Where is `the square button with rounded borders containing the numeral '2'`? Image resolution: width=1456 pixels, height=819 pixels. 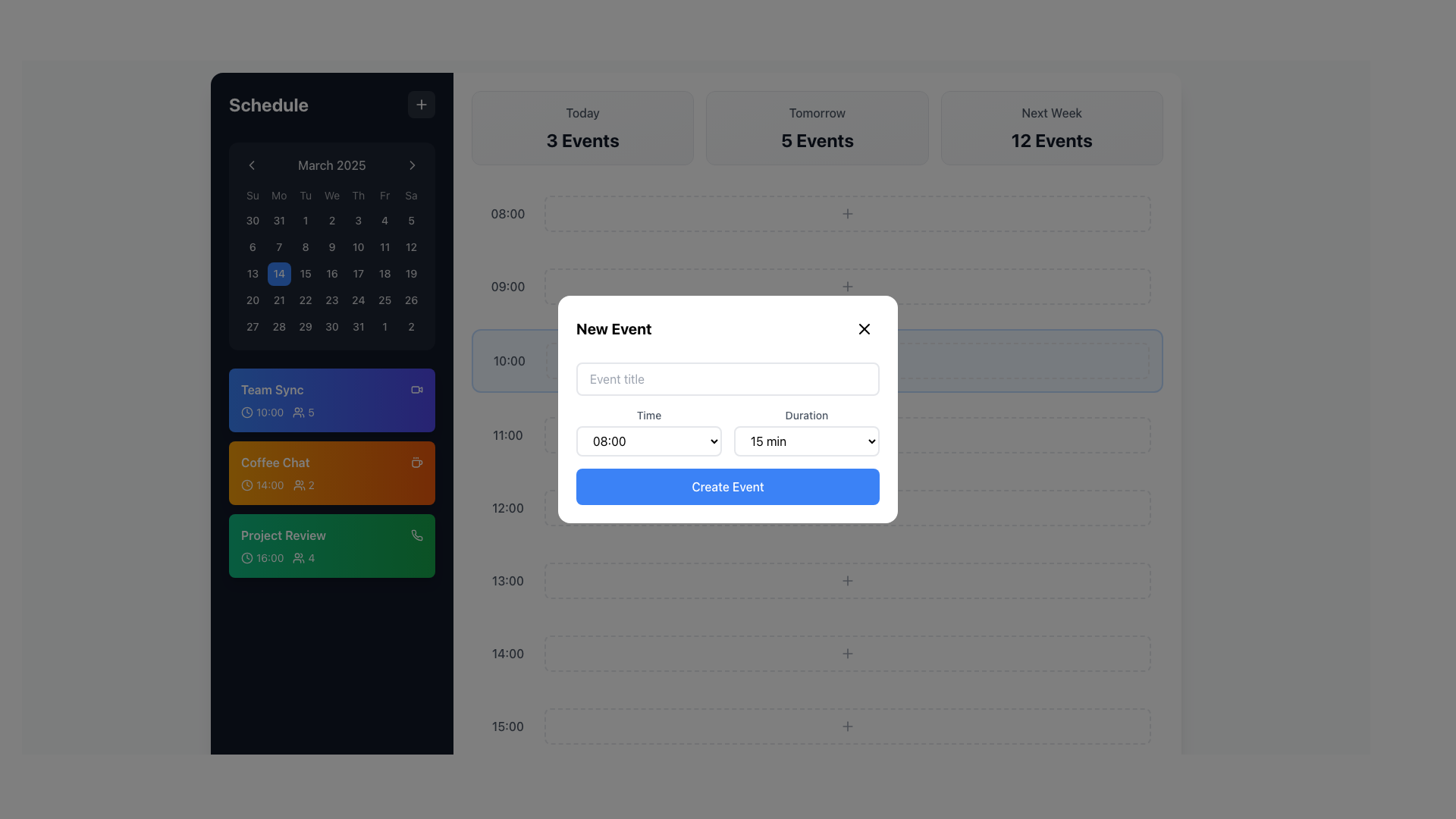
the square button with rounded borders containing the numeral '2' is located at coordinates (411, 325).